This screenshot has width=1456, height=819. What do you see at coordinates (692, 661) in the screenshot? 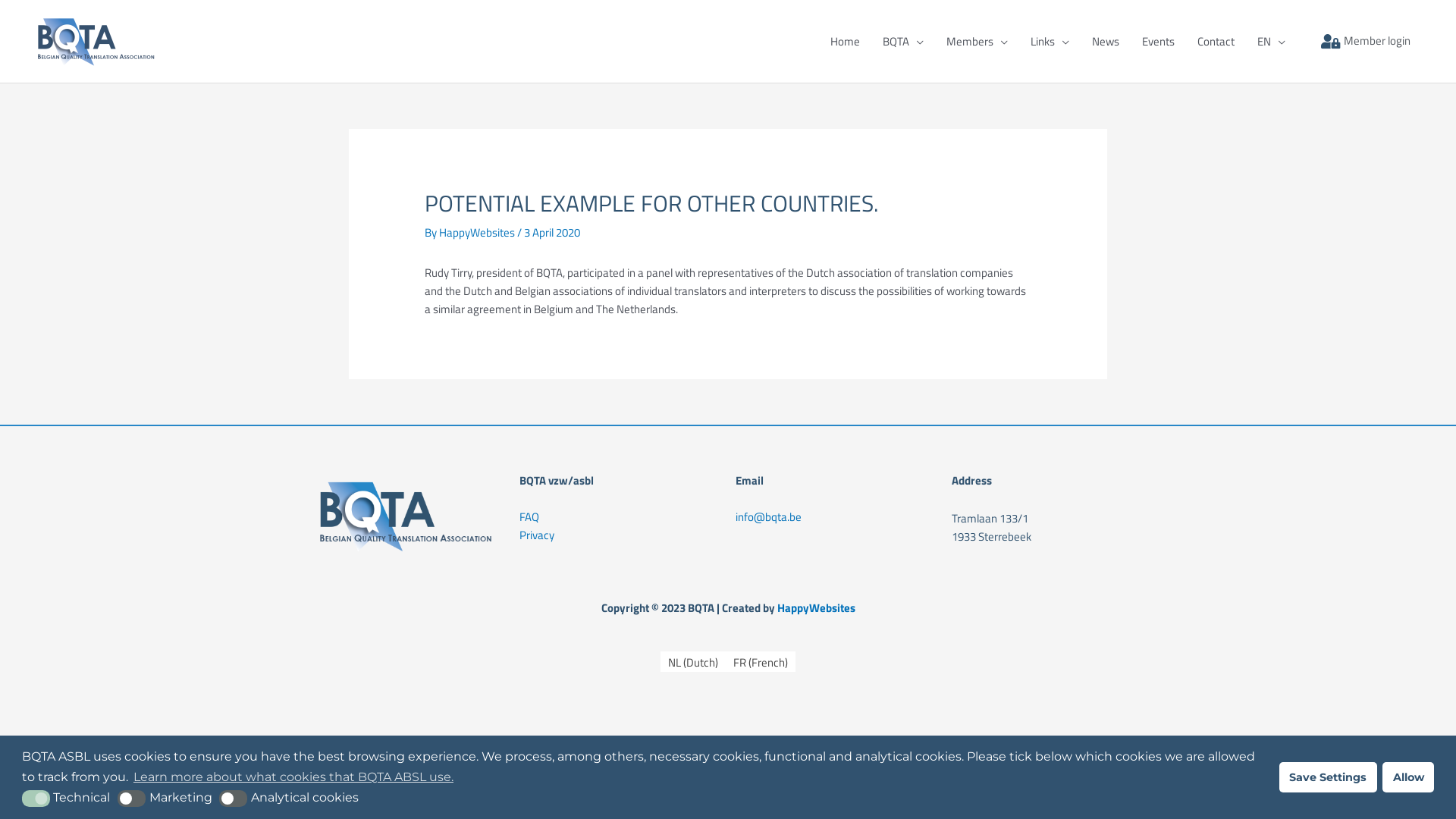
I see `'NL (Dutch)'` at bounding box center [692, 661].